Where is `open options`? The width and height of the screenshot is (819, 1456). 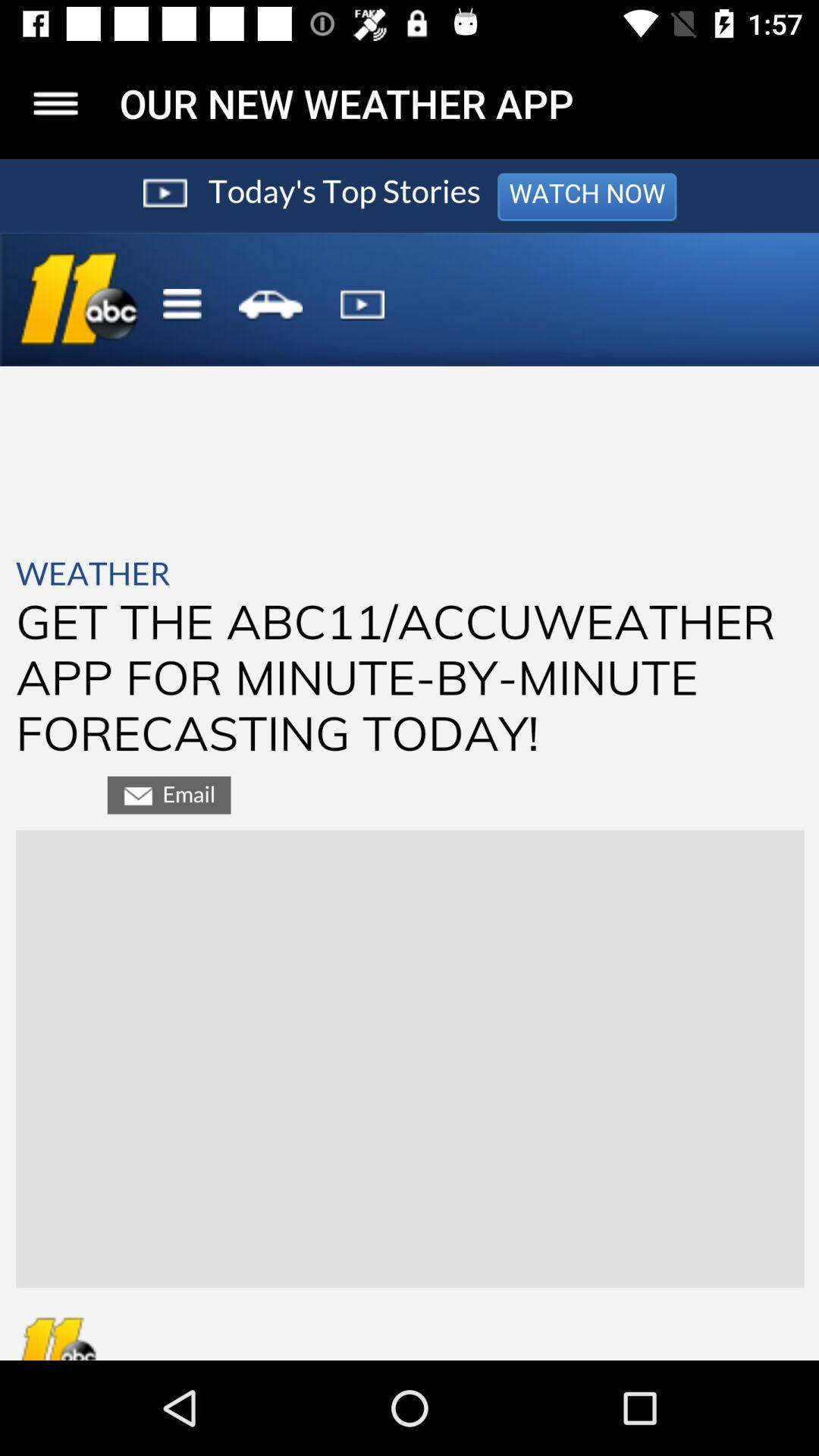 open options is located at coordinates (55, 102).